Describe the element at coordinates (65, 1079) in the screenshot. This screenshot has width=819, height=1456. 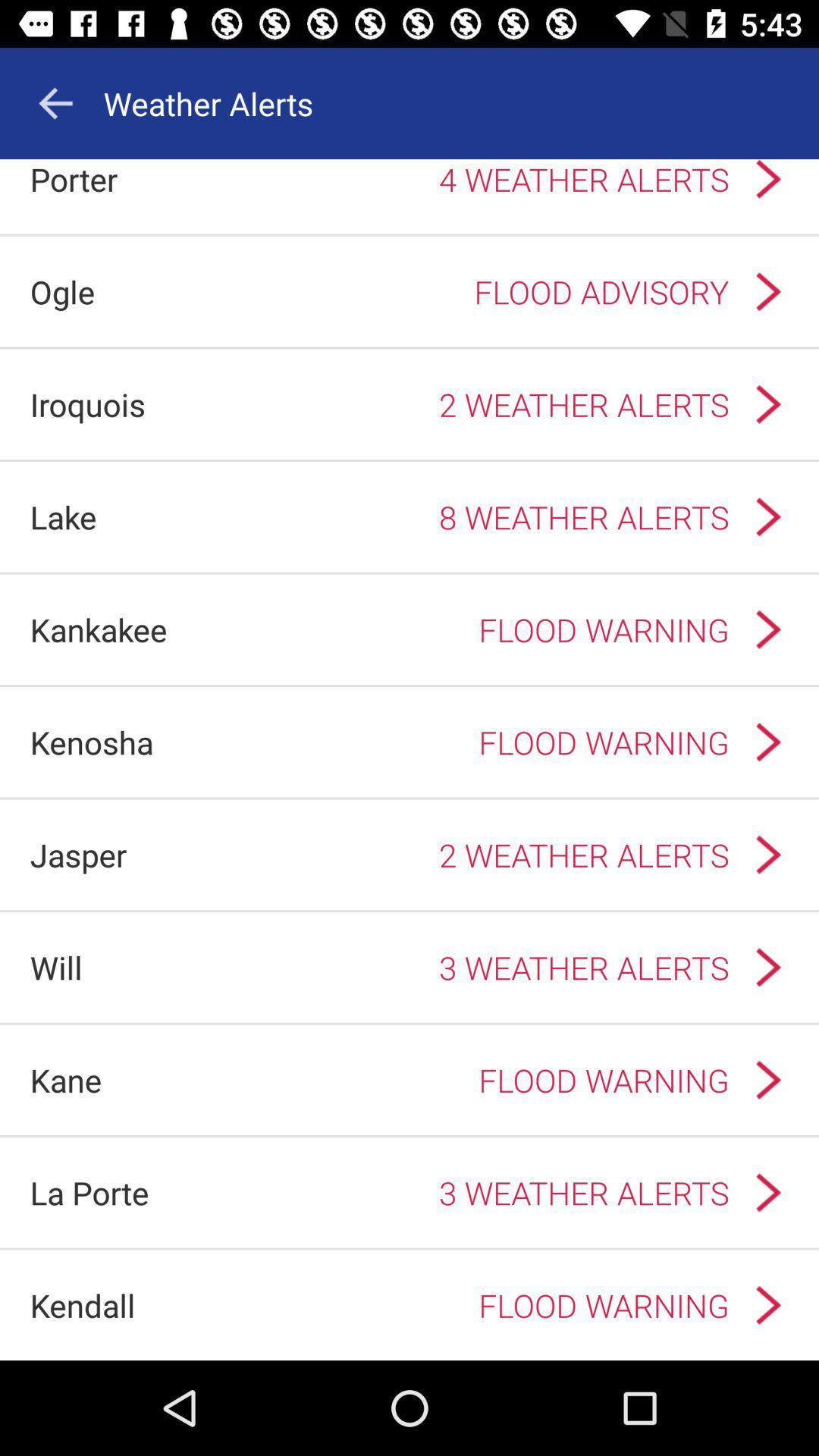
I see `app above la porte icon` at that location.